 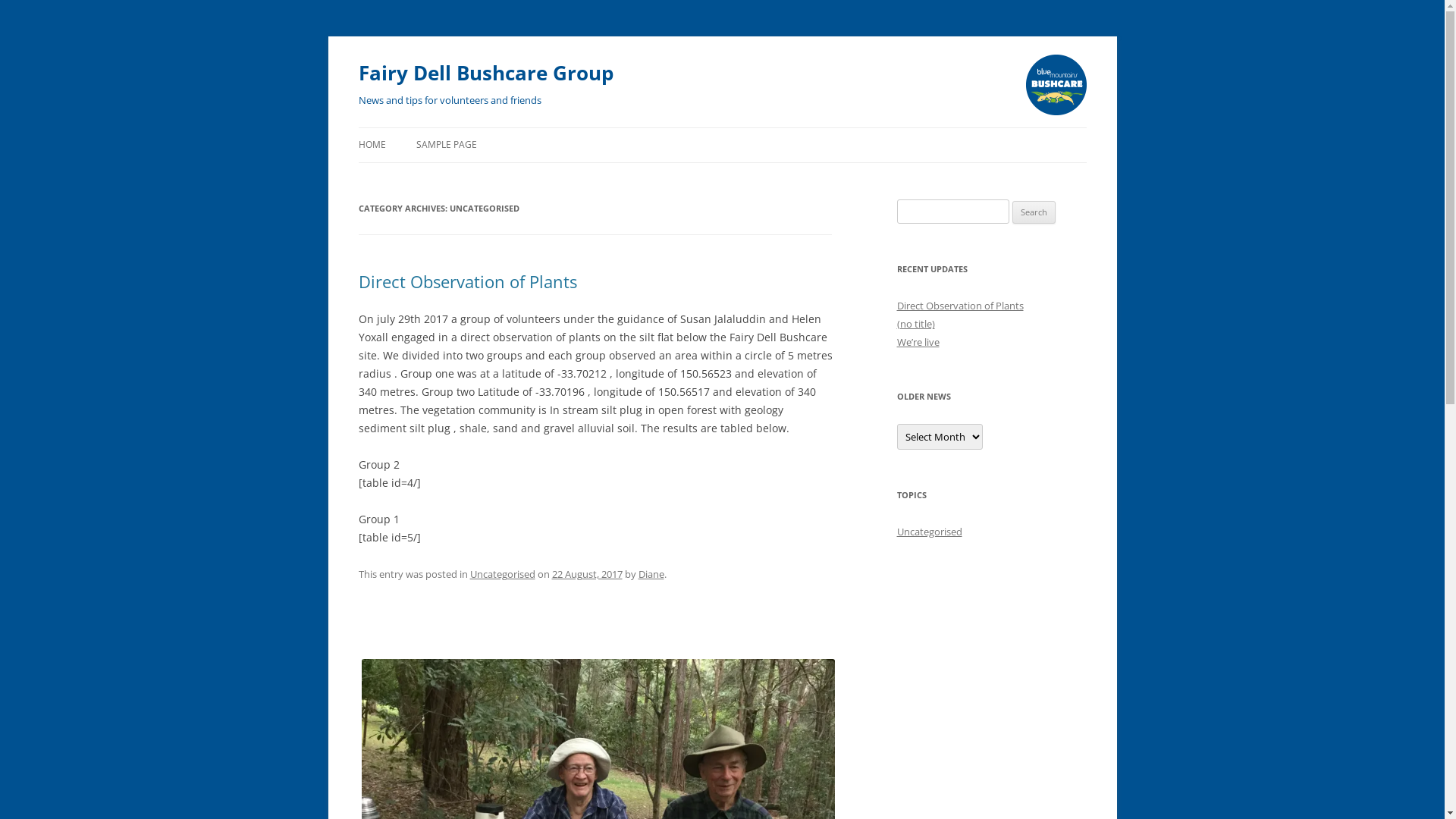 What do you see at coordinates (959, 305) in the screenshot?
I see `'Direct Observation of Plants'` at bounding box center [959, 305].